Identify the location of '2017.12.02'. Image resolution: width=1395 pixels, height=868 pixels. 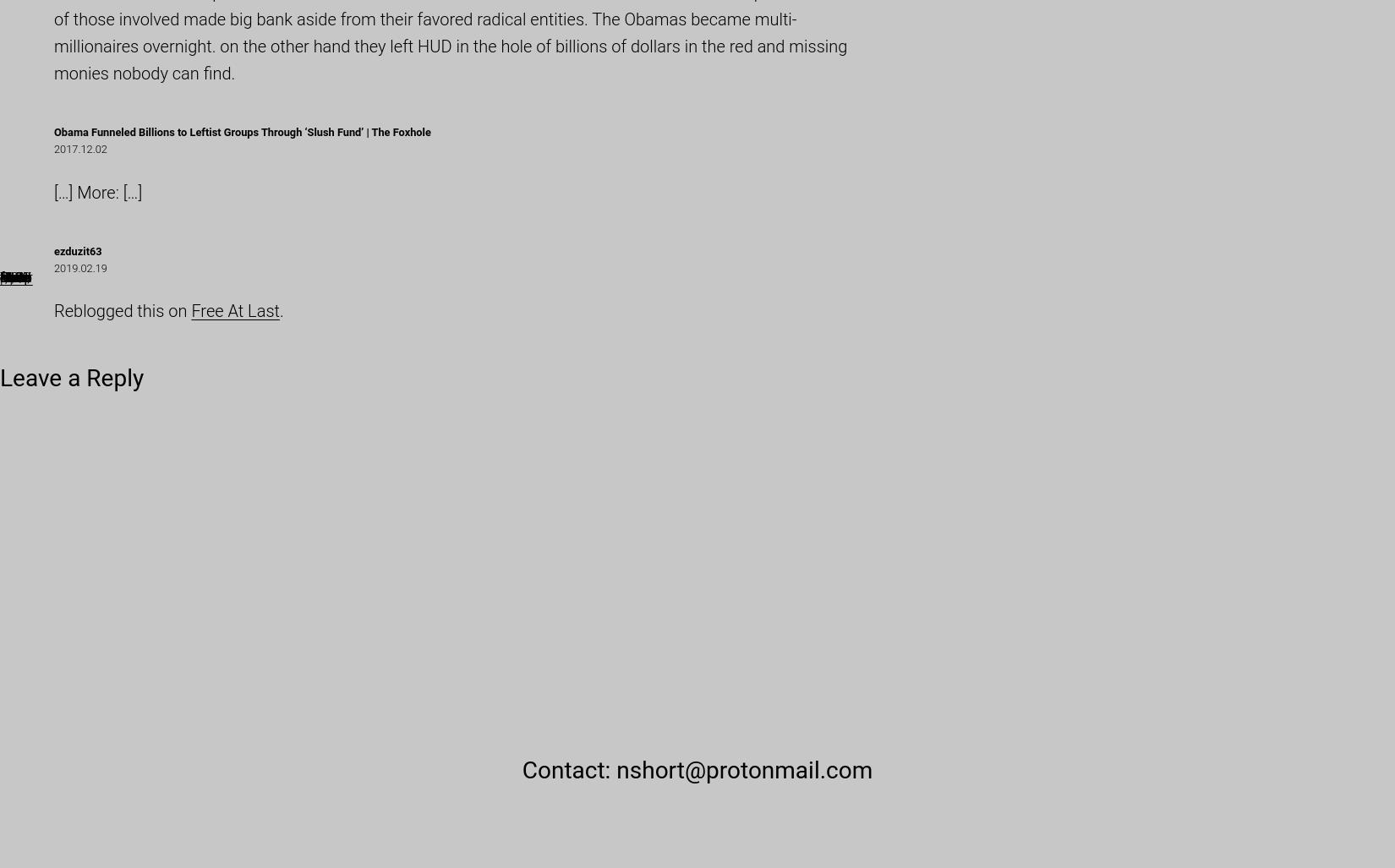
(80, 148).